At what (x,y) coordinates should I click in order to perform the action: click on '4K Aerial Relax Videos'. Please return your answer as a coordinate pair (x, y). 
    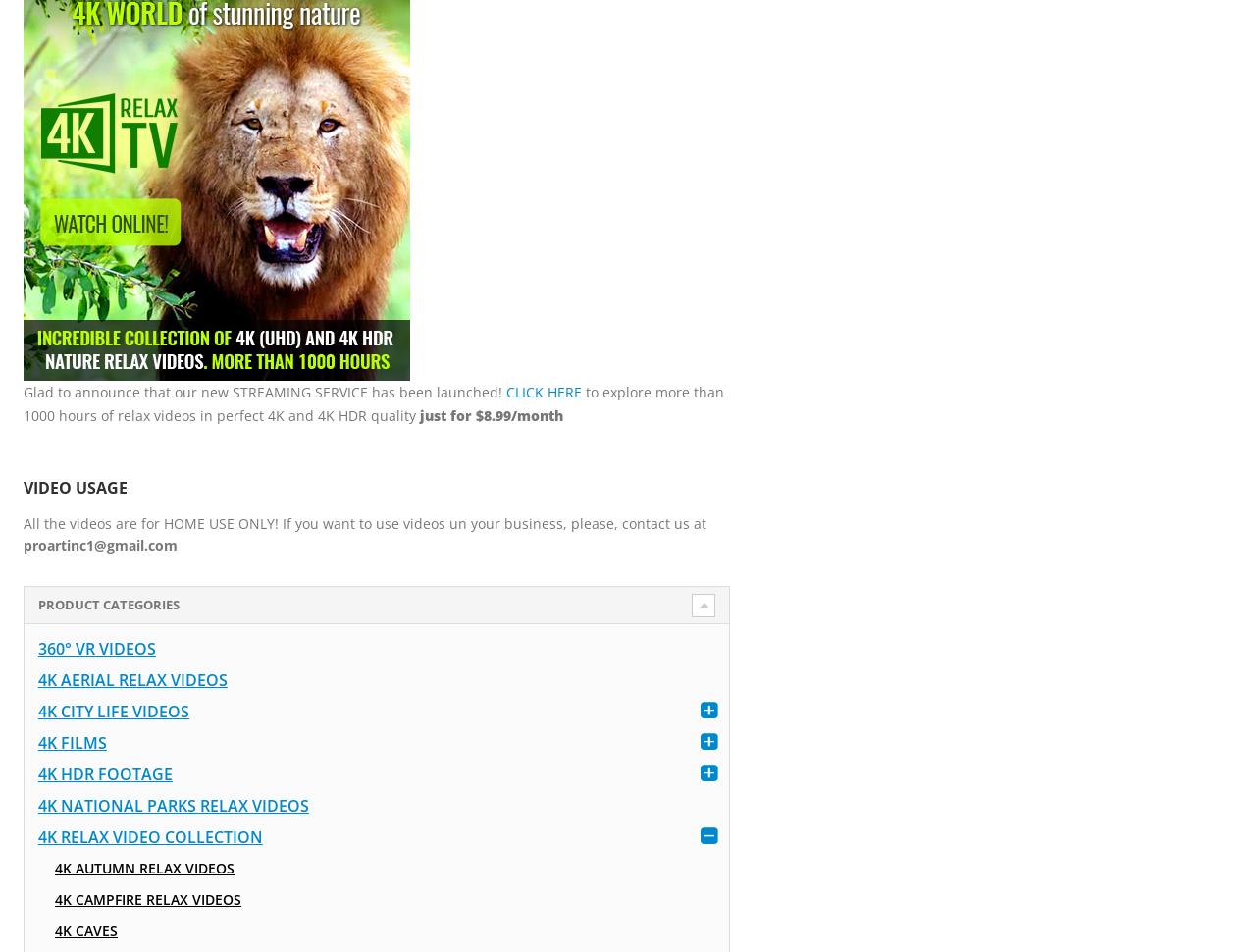
    Looking at the image, I should click on (131, 679).